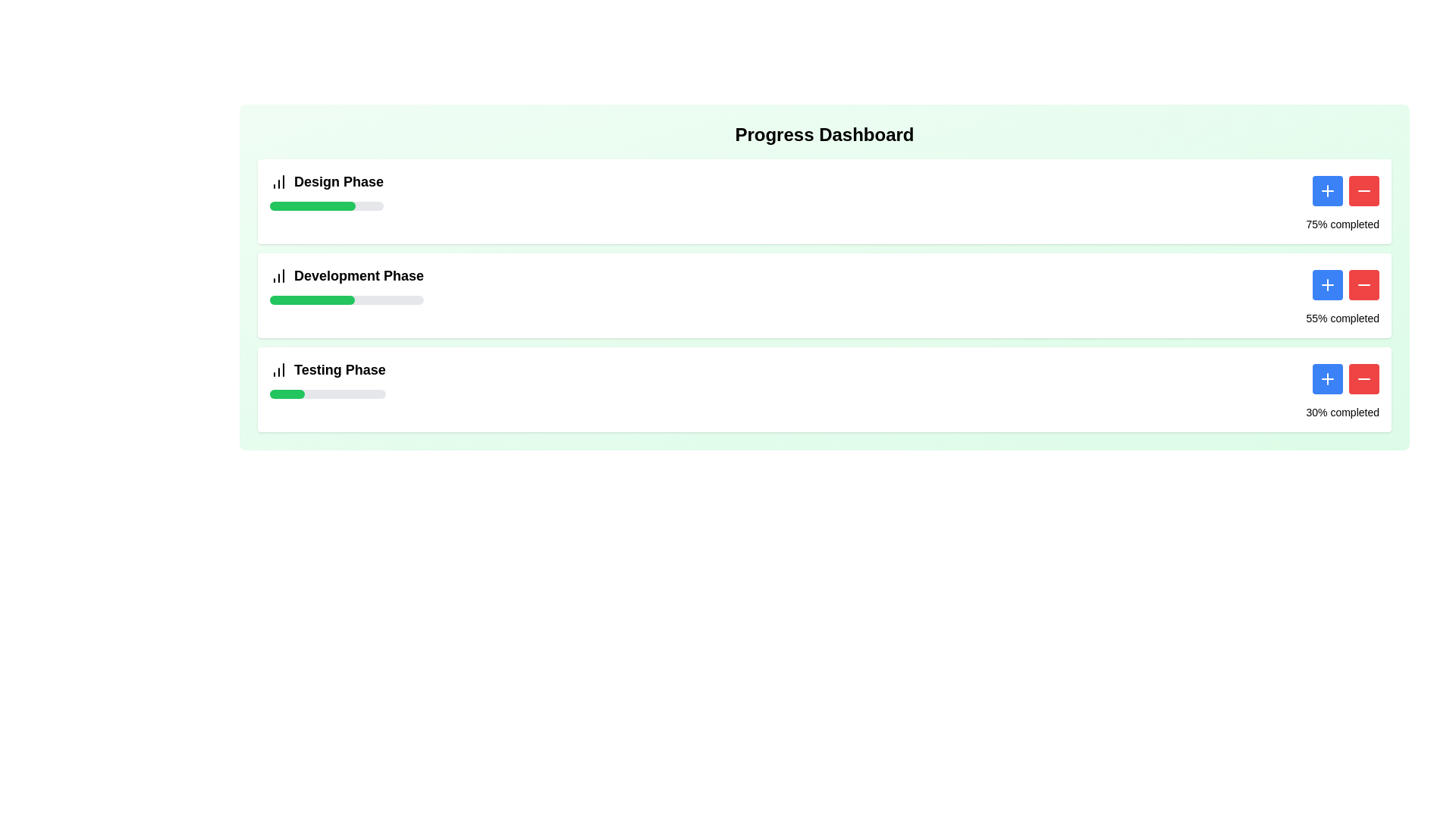 This screenshot has height=819, width=1456. What do you see at coordinates (1364, 378) in the screenshot?
I see `the red rectangular button with rounded corners containing a white minus sign icon, located at the far right of the 'Testing Phase' section` at bounding box center [1364, 378].